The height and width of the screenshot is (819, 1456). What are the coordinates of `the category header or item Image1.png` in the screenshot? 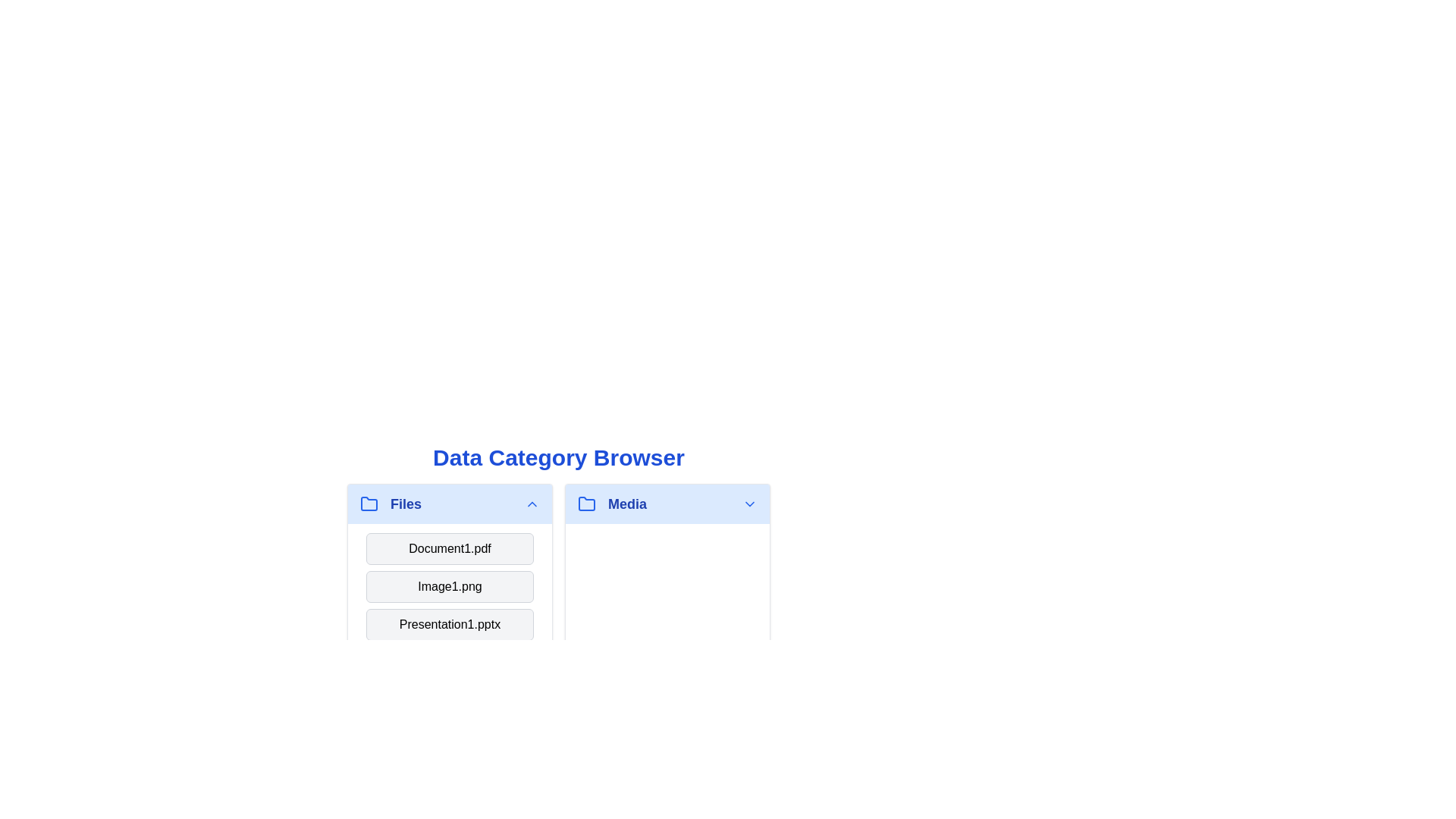 It's located at (449, 586).